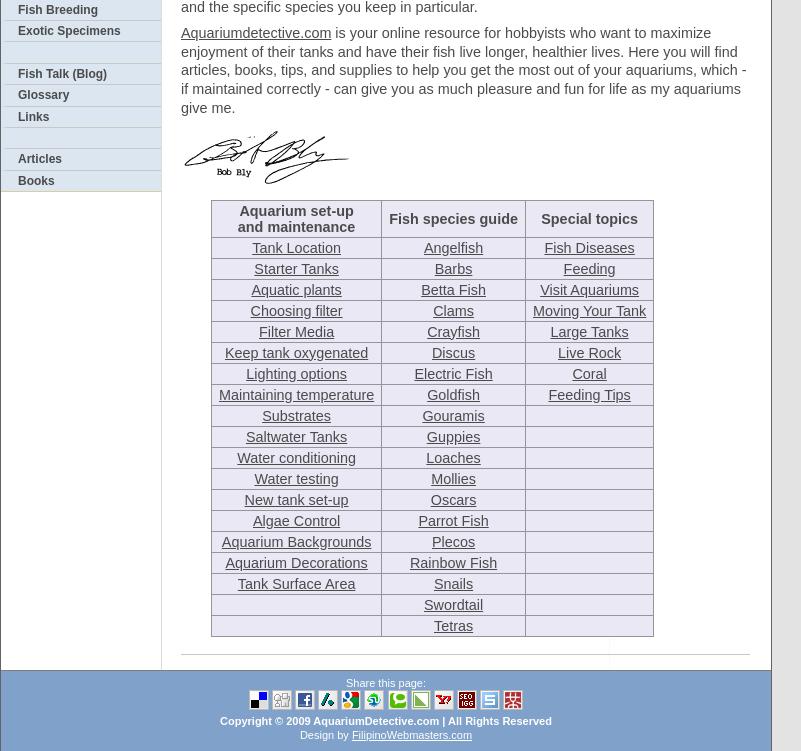 The width and height of the screenshot is (801, 751). What do you see at coordinates (295, 414) in the screenshot?
I see `'Substrates'` at bounding box center [295, 414].